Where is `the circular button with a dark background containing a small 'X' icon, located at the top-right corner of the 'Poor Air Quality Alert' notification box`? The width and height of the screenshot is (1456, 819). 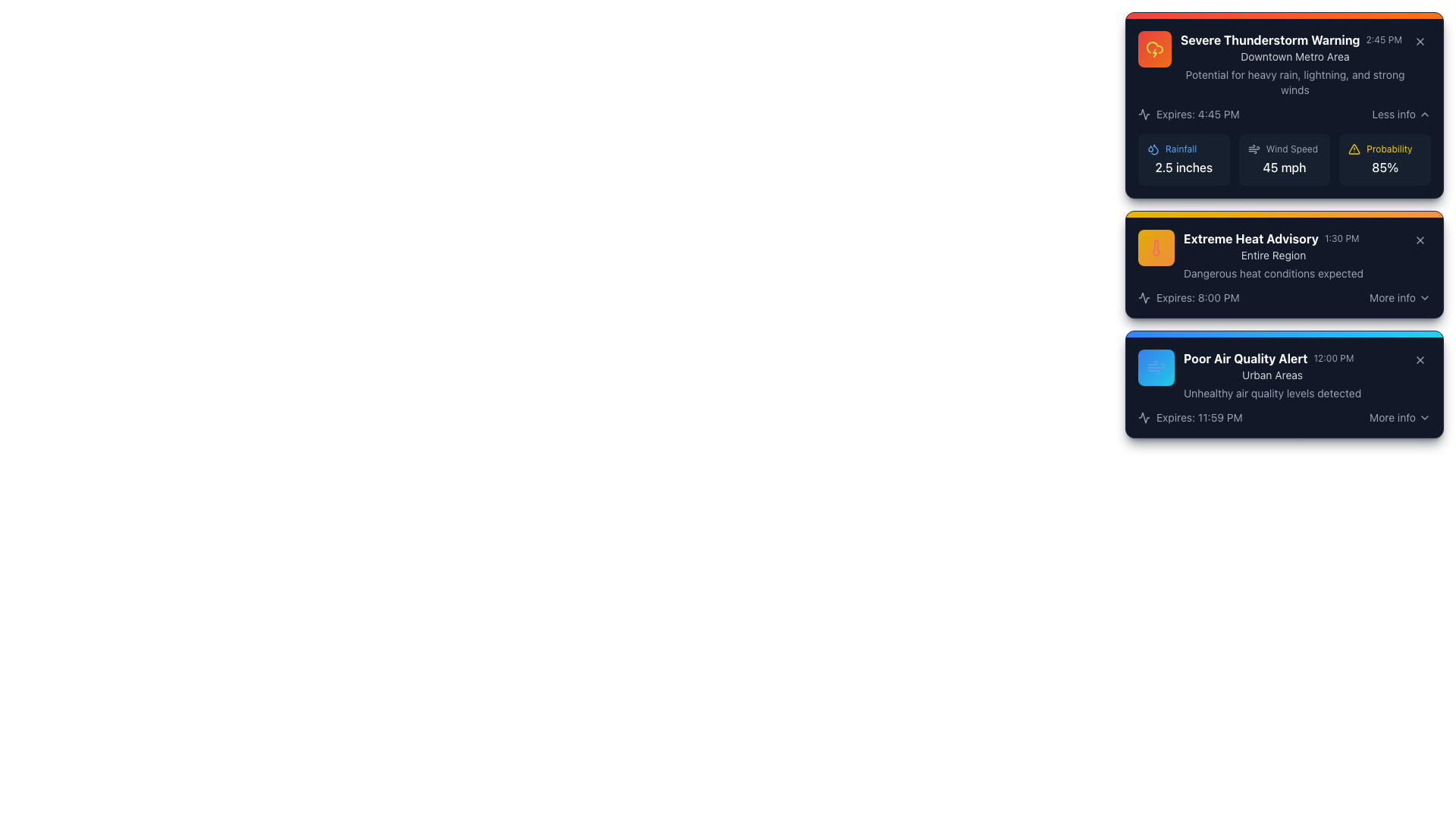
the circular button with a dark background containing a small 'X' icon, located at the top-right corner of the 'Poor Air Quality Alert' notification box is located at coordinates (1419, 359).